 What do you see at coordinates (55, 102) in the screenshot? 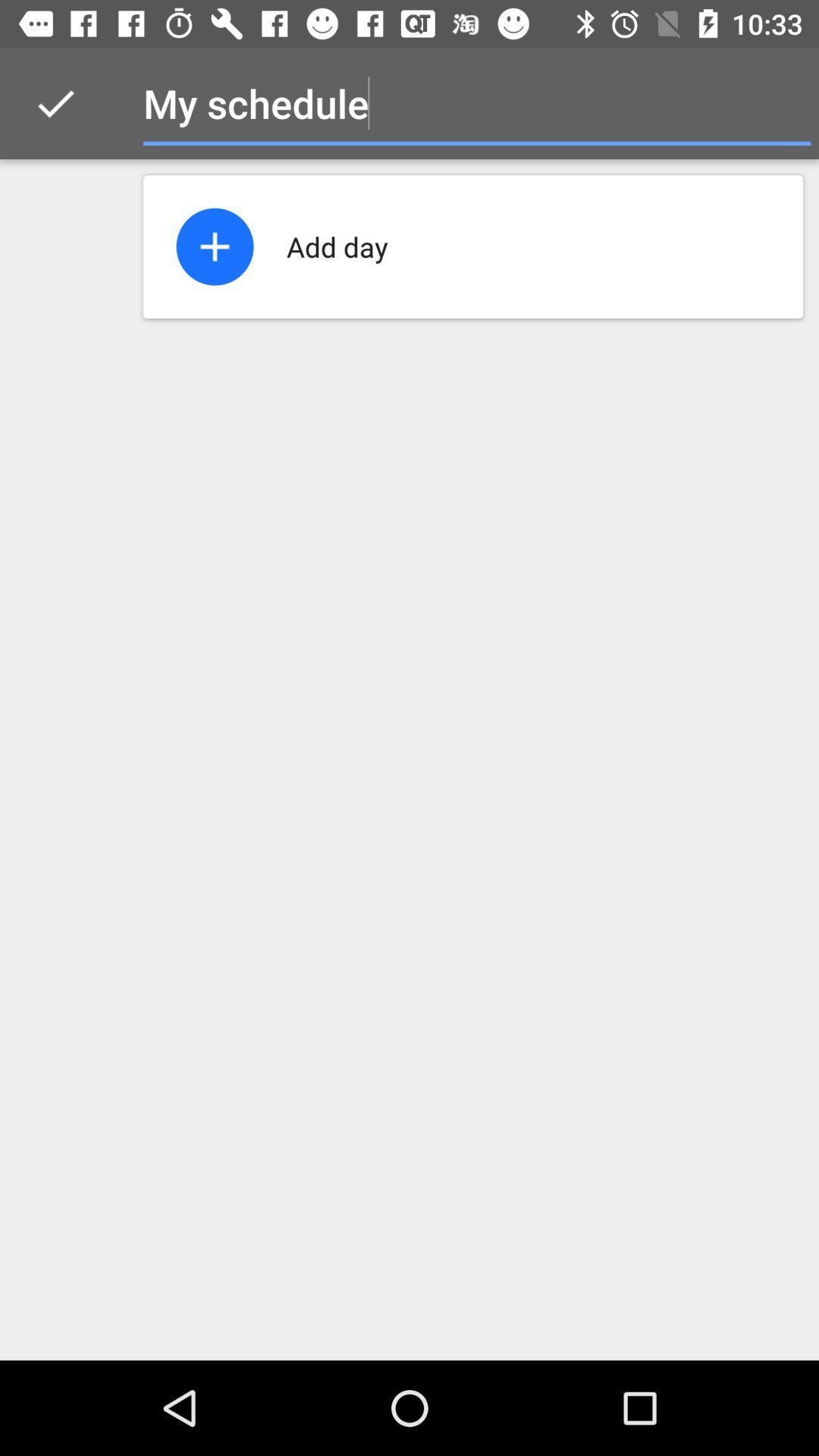
I see `the icon next to my schedule` at bounding box center [55, 102].